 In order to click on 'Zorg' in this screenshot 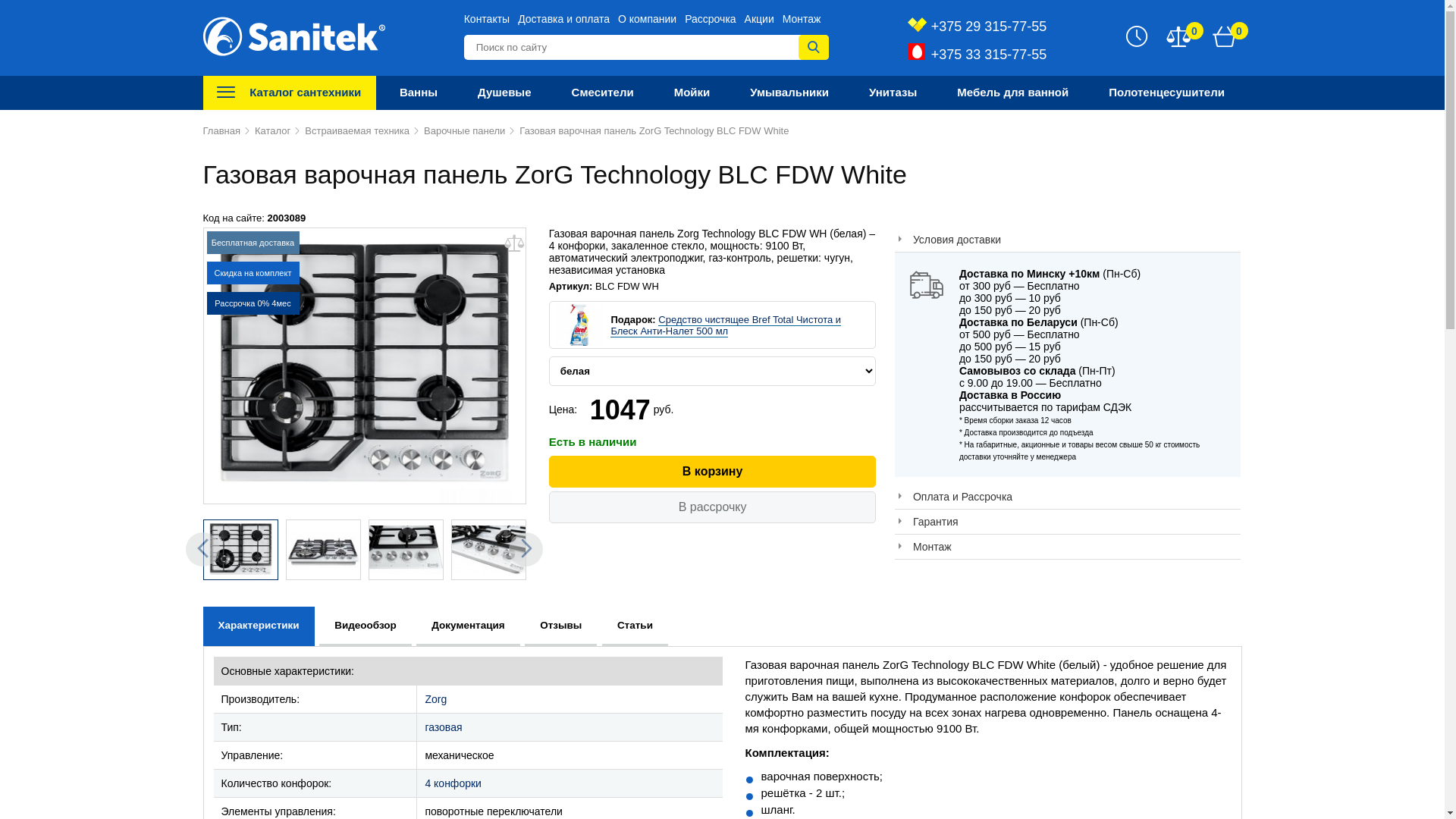, I will do `click(425, 698)`.